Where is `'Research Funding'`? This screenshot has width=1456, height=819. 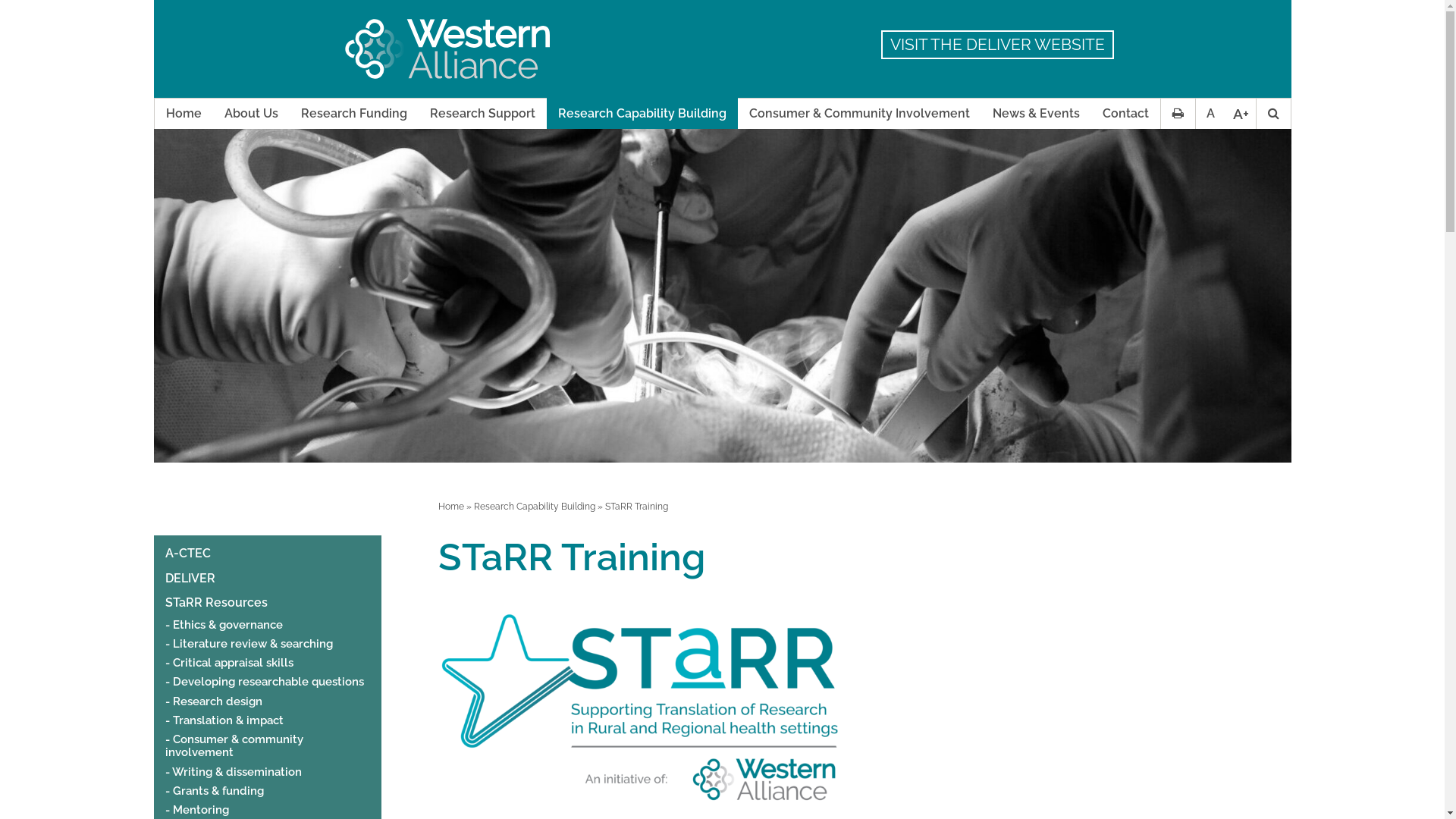 'Research Funding' is located at coordinates (353, 113).